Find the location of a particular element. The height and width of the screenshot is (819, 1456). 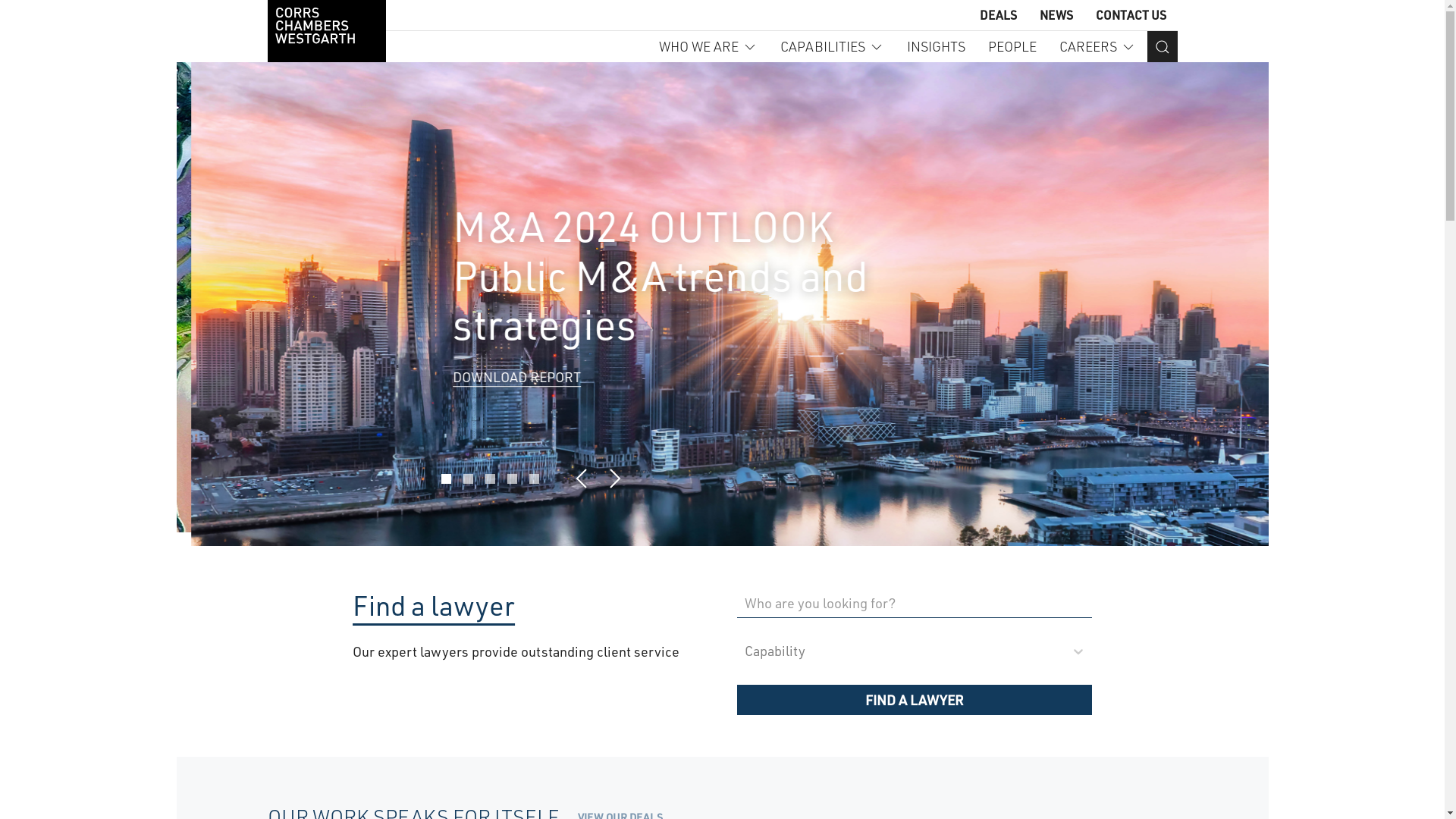

'NEWS' is located at coordinates (1037, 14).